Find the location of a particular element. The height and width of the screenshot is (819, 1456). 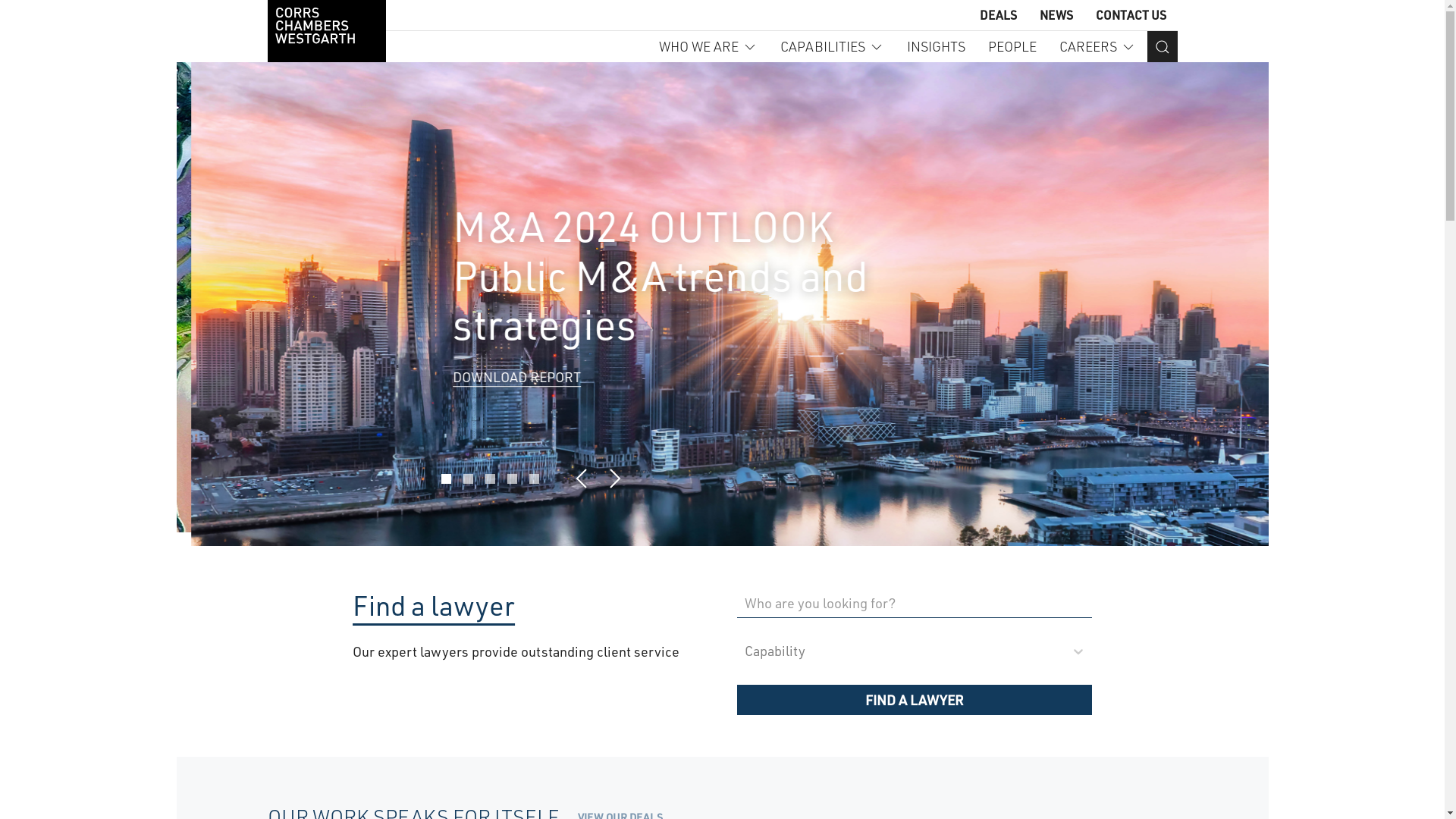

'NEWS' is located at coordinates (1037, 14).